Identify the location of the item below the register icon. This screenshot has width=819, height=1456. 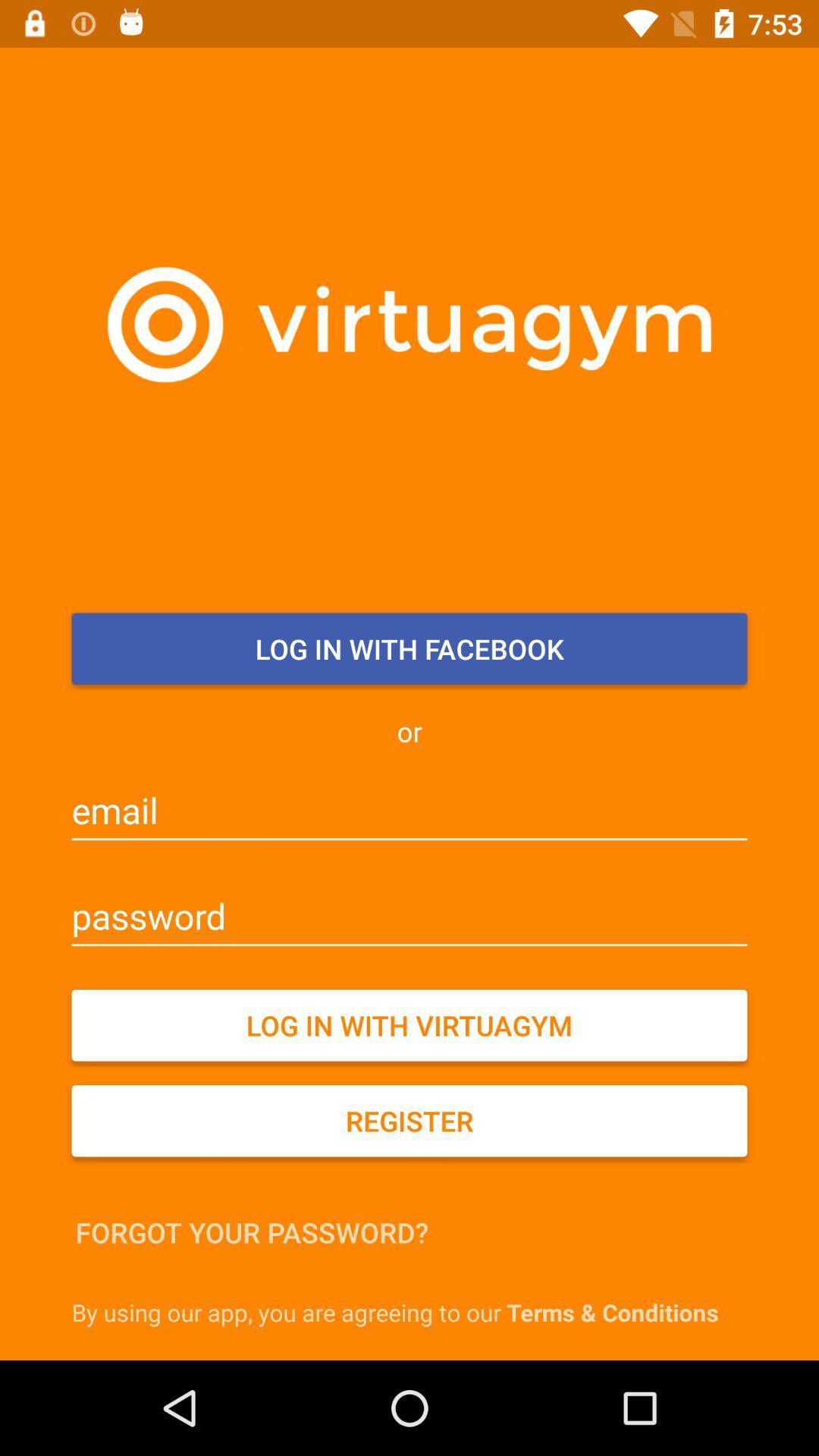
(251, 1232).